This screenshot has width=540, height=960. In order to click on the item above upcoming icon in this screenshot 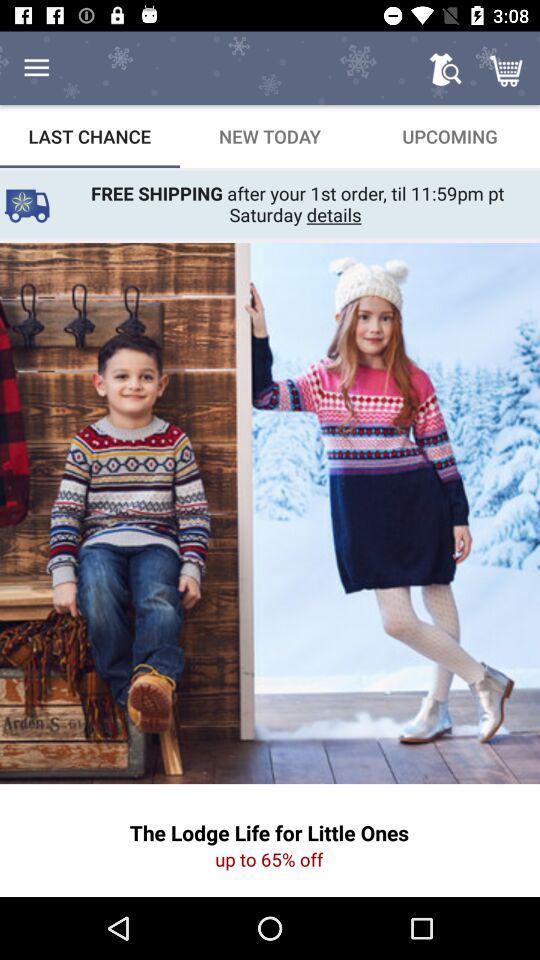, I will do `click(508, 68)`.